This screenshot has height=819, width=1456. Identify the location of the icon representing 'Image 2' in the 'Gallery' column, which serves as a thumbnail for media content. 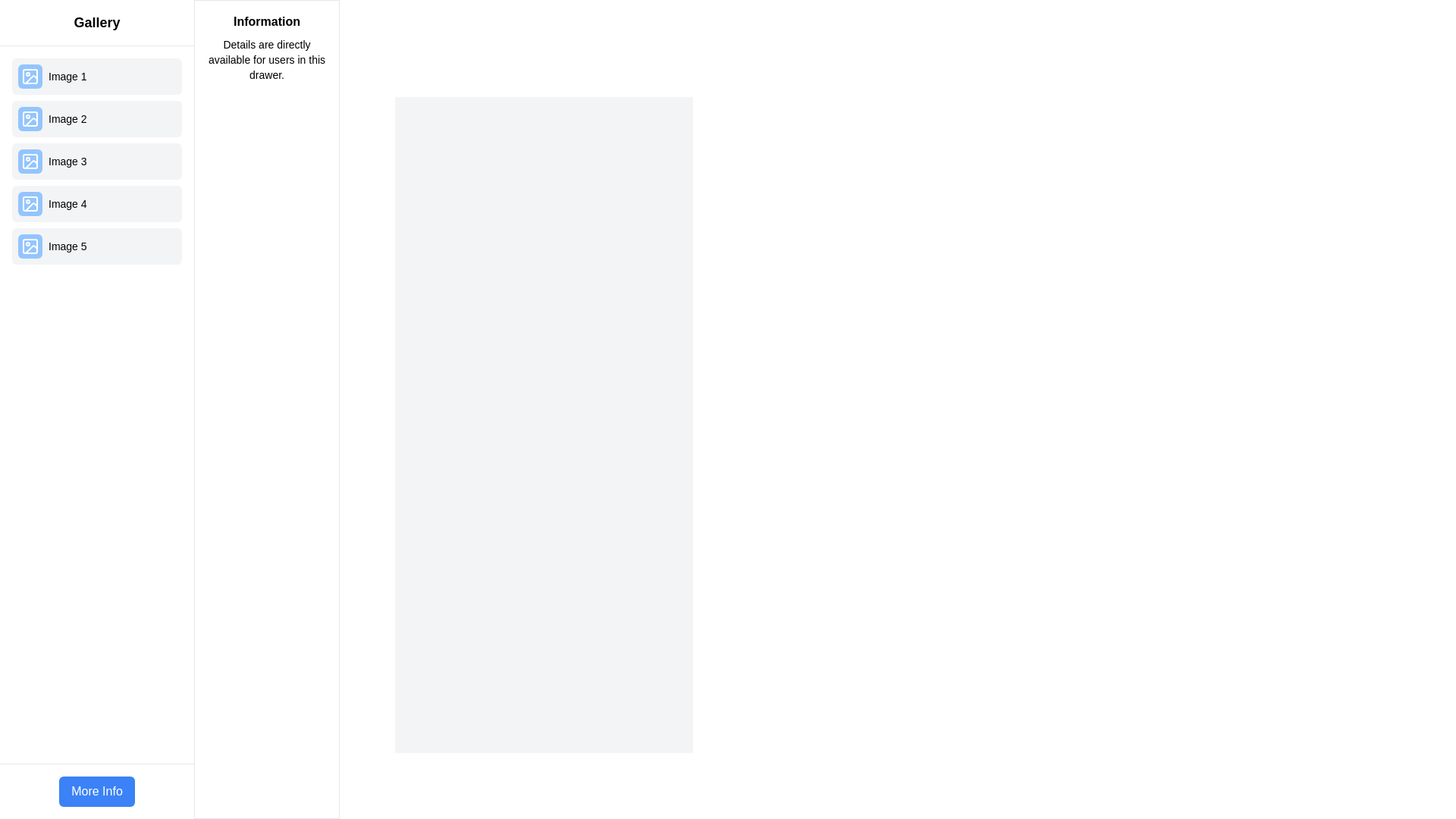
(30, 118).